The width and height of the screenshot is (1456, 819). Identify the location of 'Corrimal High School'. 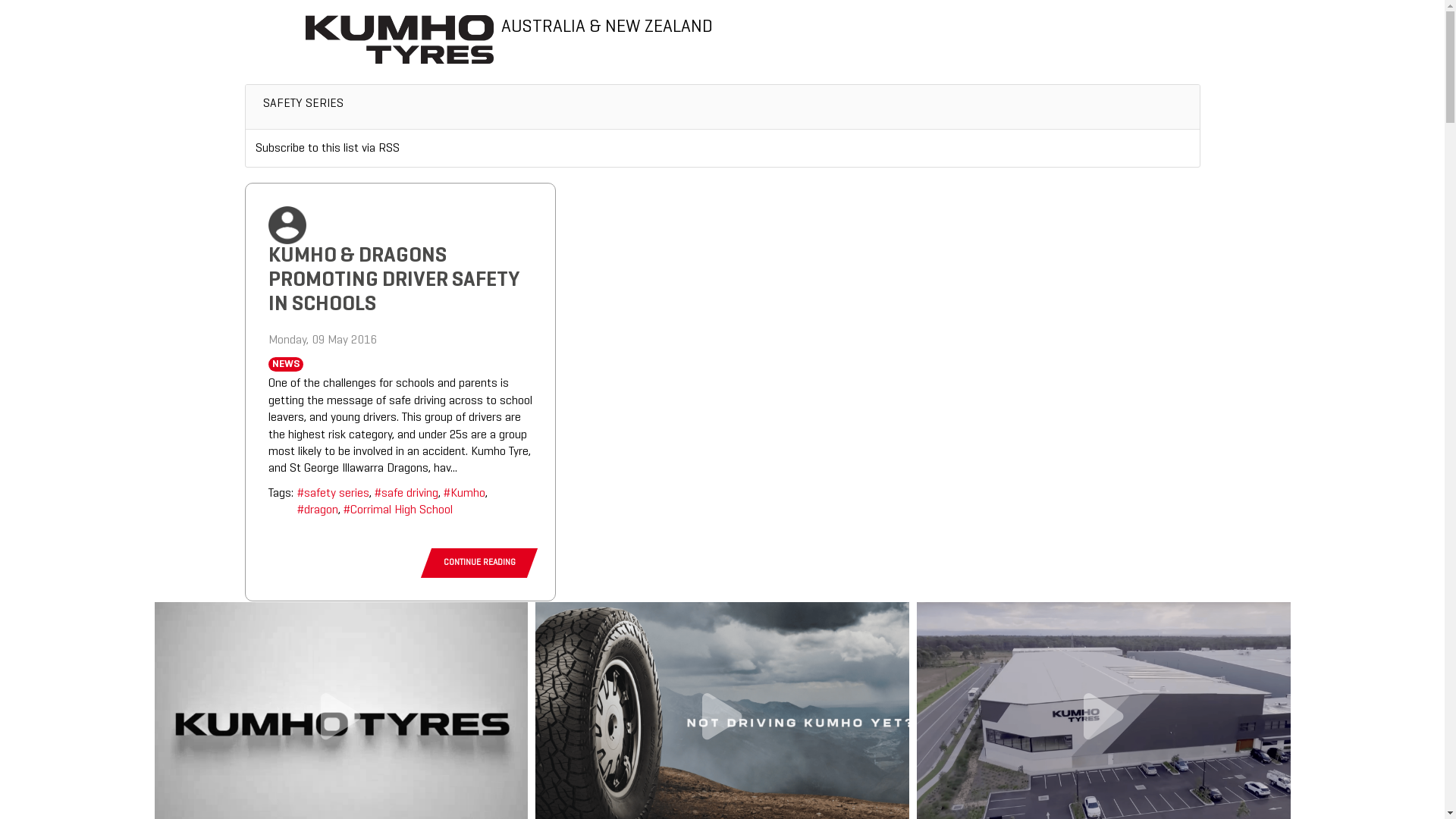
(341, 510).